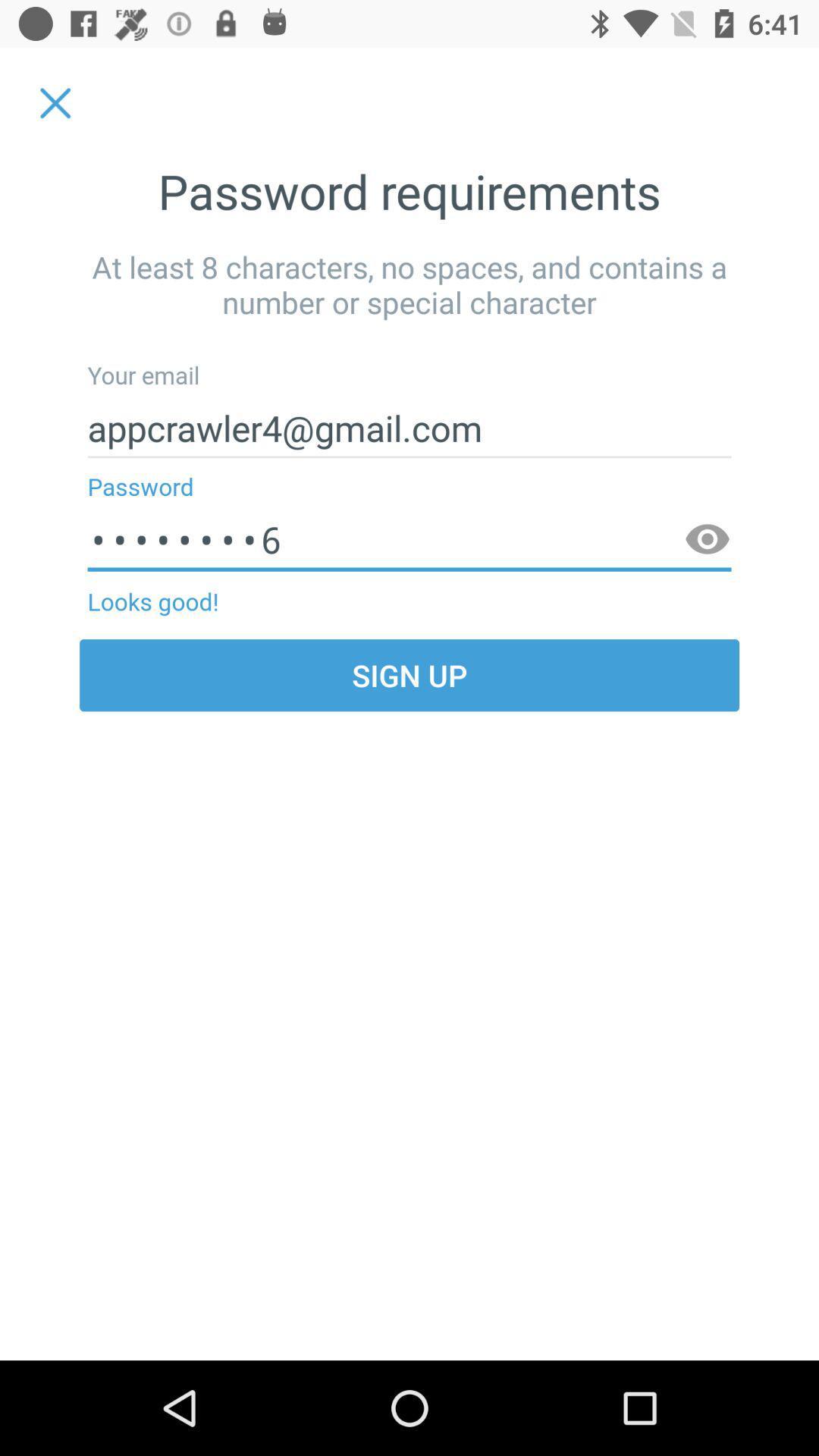 Image resolution: width=819 pixels, height=1456 pixels. I want to click on appcrawler4@gmail.com, so click(409, 428).